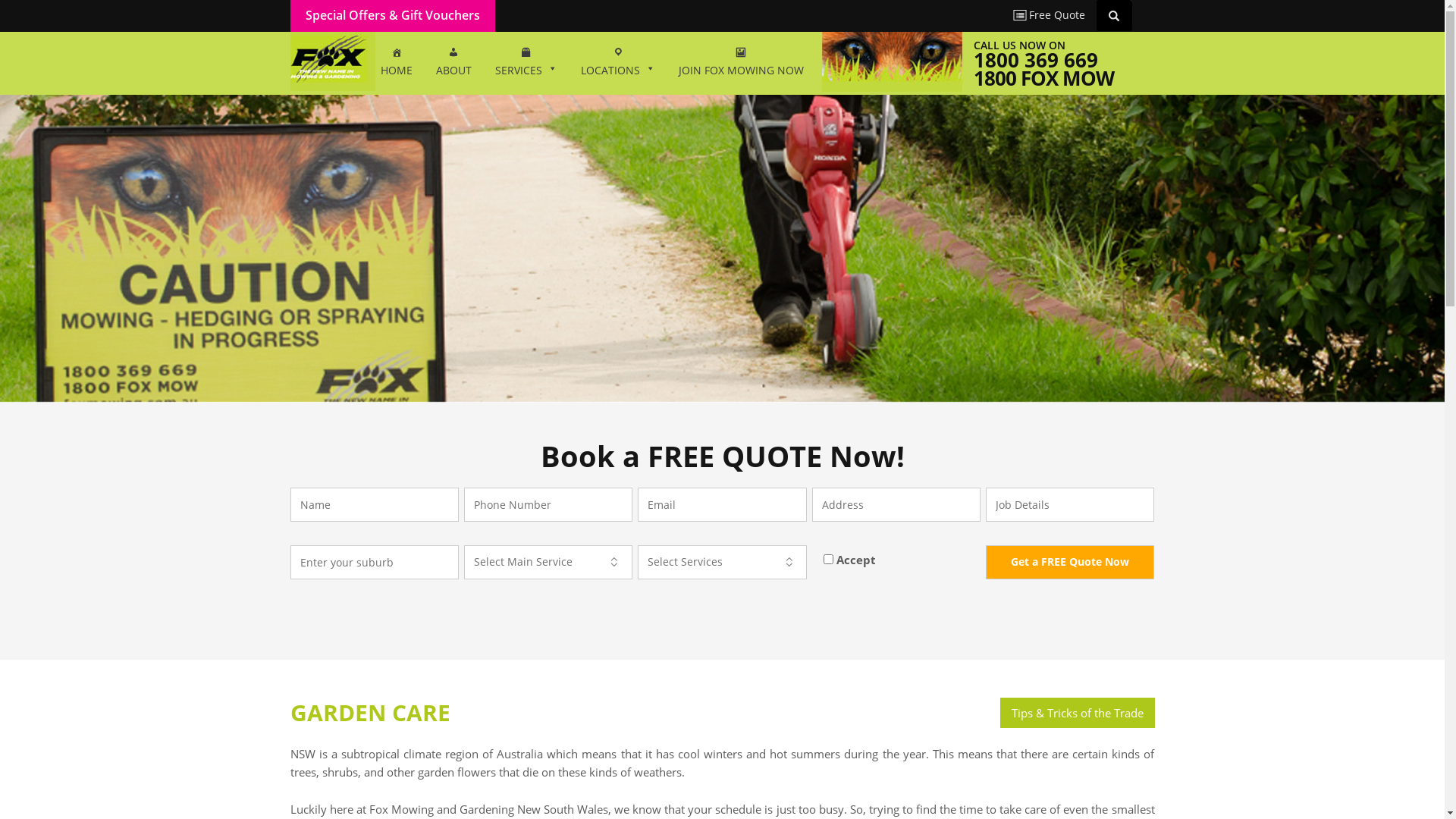  I want to click on 'JOIN FOX MOWING NOW', so click(741, 62).